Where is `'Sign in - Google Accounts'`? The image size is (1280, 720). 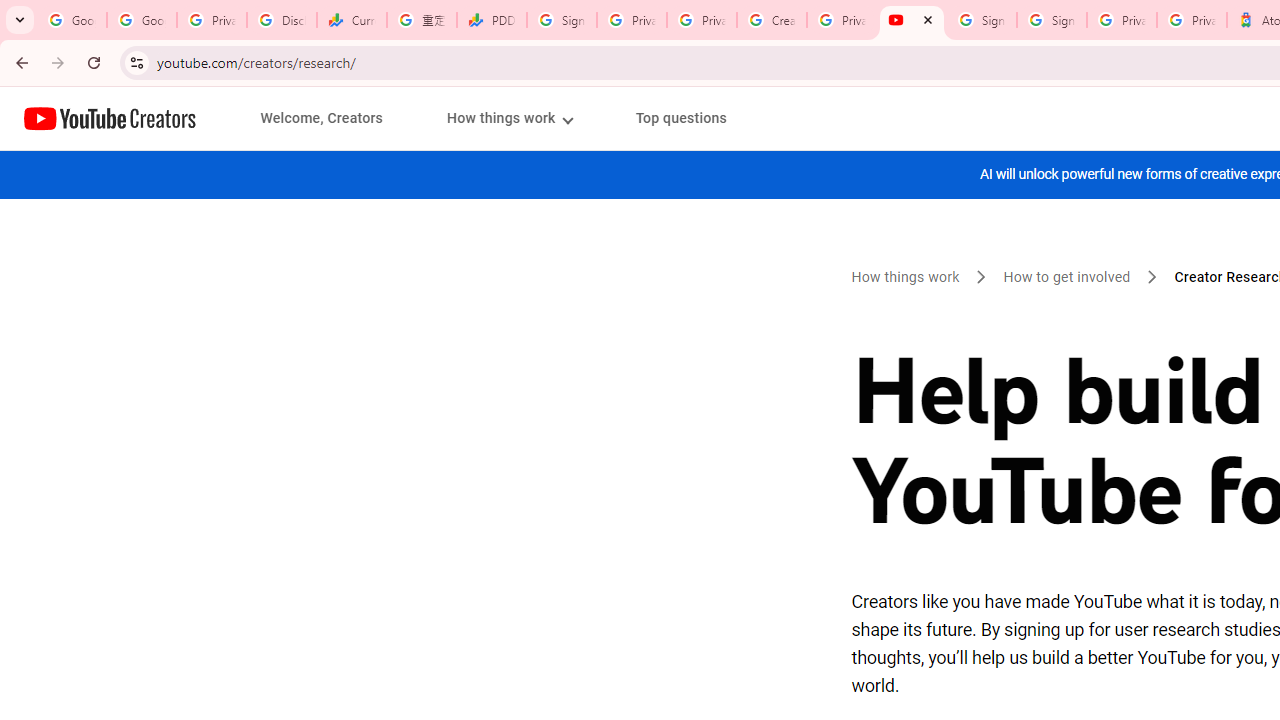
'Sign in - Google Accounts' is located at coordinates (1051, 20).